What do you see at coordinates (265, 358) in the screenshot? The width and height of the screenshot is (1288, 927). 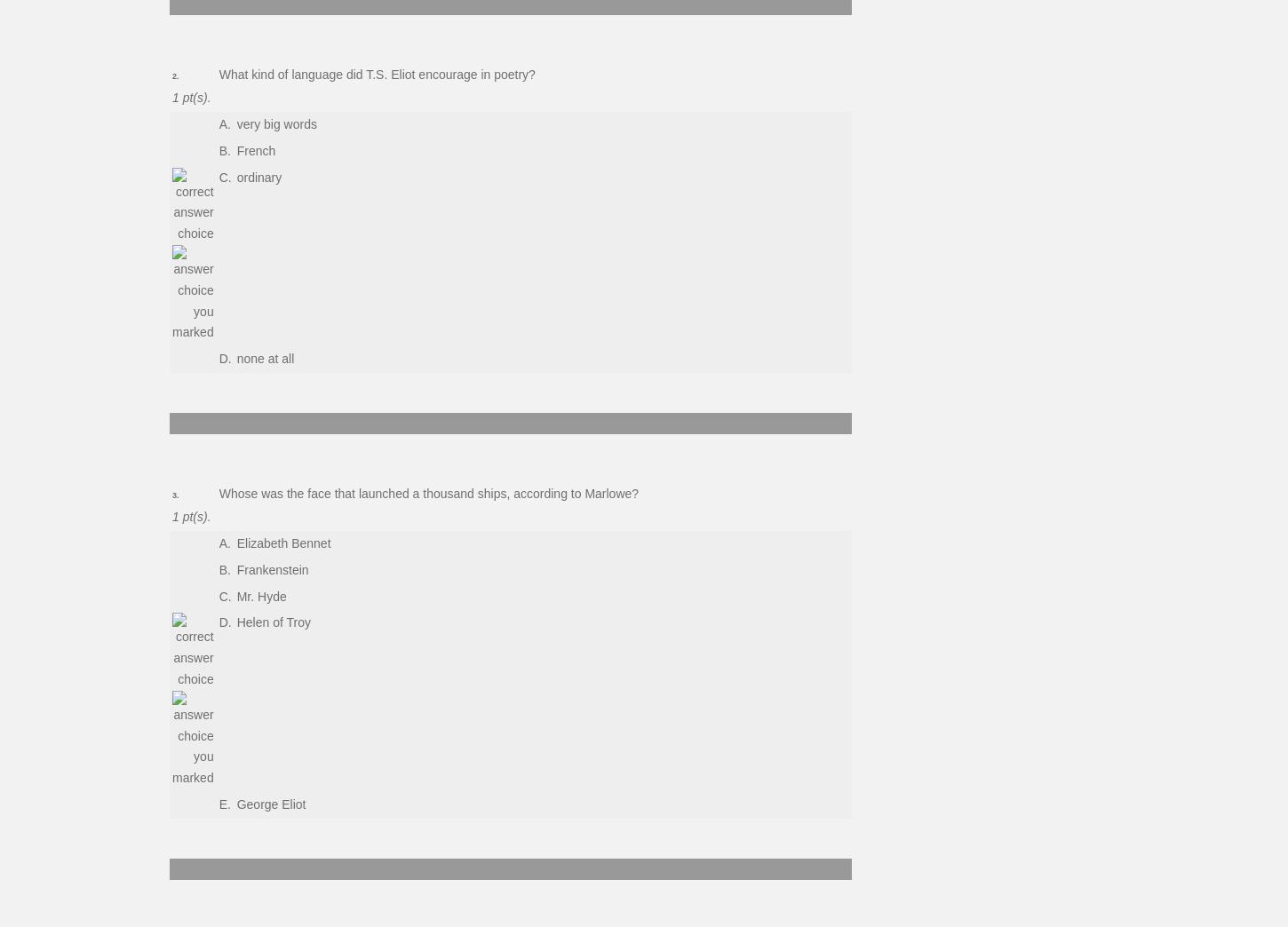 I see `'none at all'` at bounding box center [265, 358].